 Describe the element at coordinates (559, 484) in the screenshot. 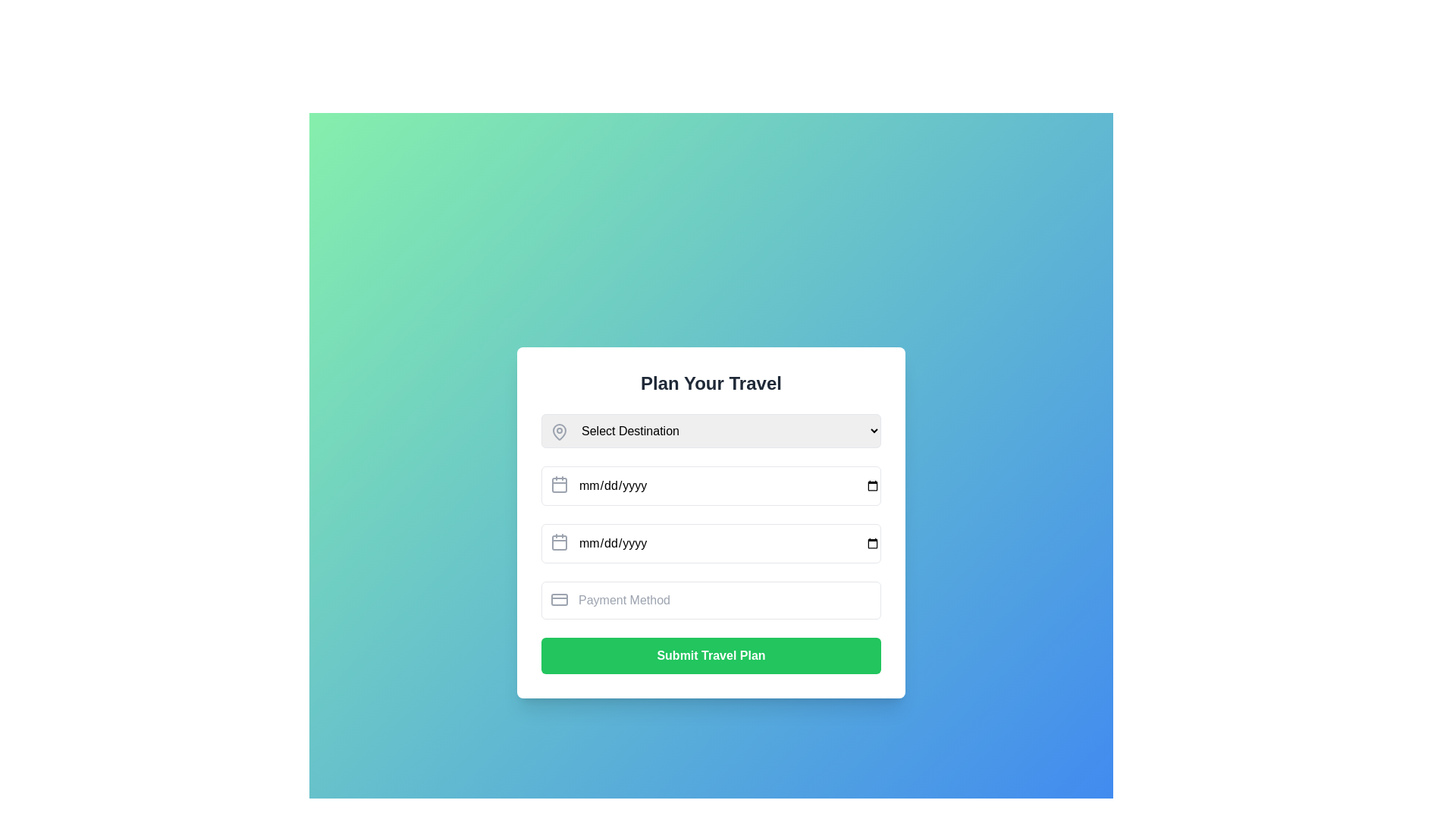

I see `the date picker icon located to the left of the 'mm/dd/yyyy' input field in the second row of the form` at that location.